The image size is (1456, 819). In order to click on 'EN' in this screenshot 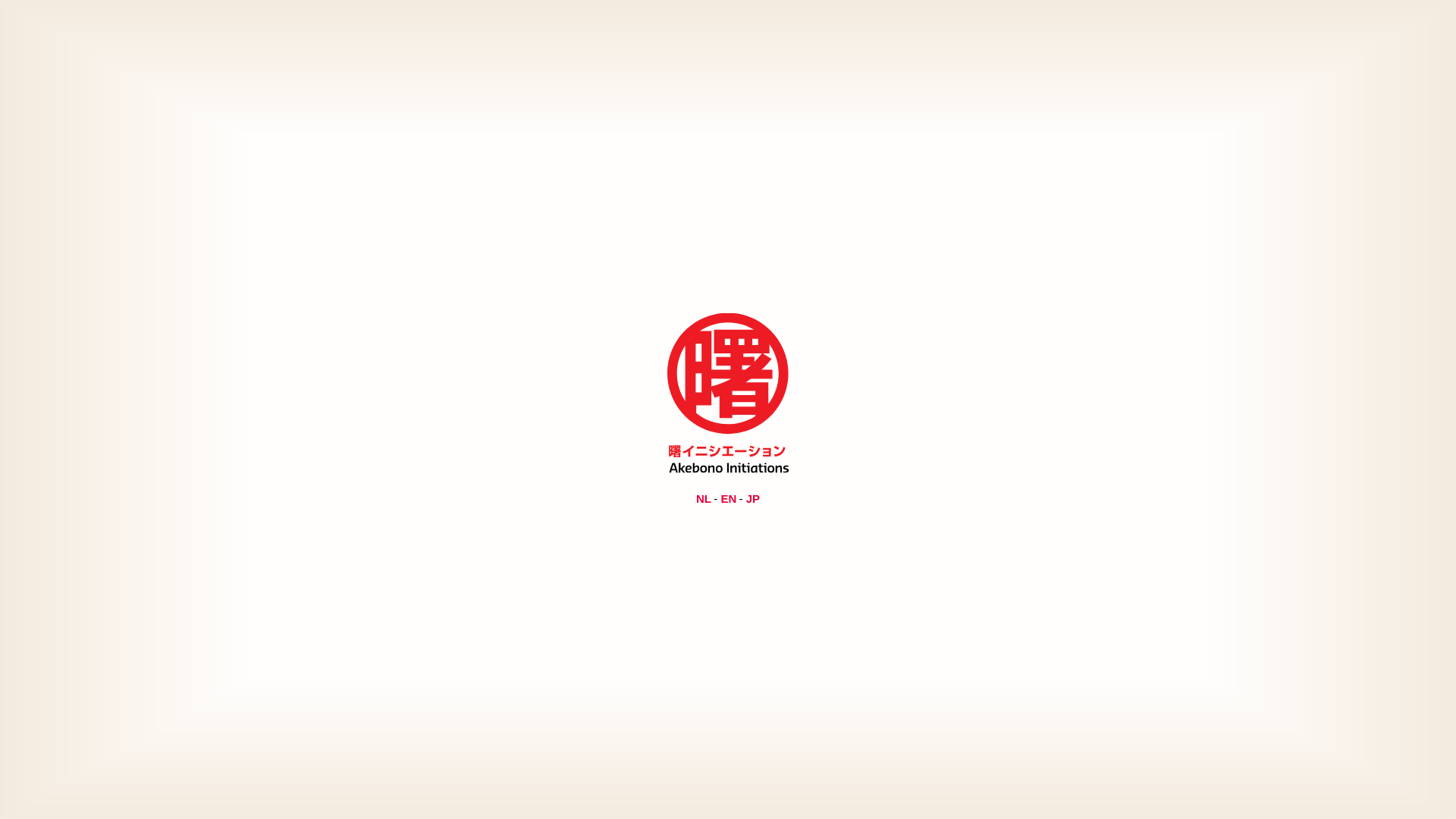, I will do `click(728, 497)`.